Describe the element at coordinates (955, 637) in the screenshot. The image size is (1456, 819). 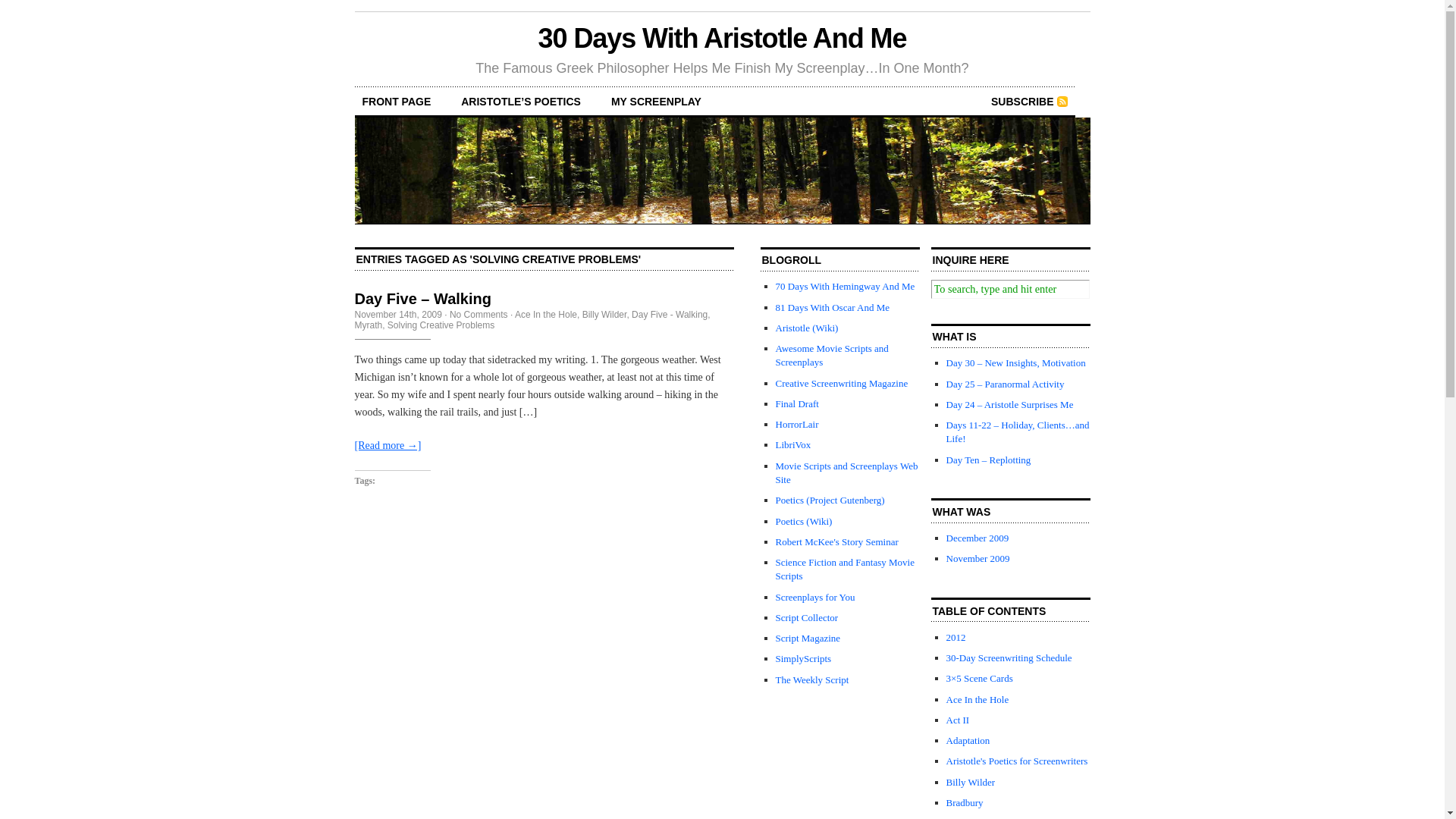
I see `'2012'` at that location.